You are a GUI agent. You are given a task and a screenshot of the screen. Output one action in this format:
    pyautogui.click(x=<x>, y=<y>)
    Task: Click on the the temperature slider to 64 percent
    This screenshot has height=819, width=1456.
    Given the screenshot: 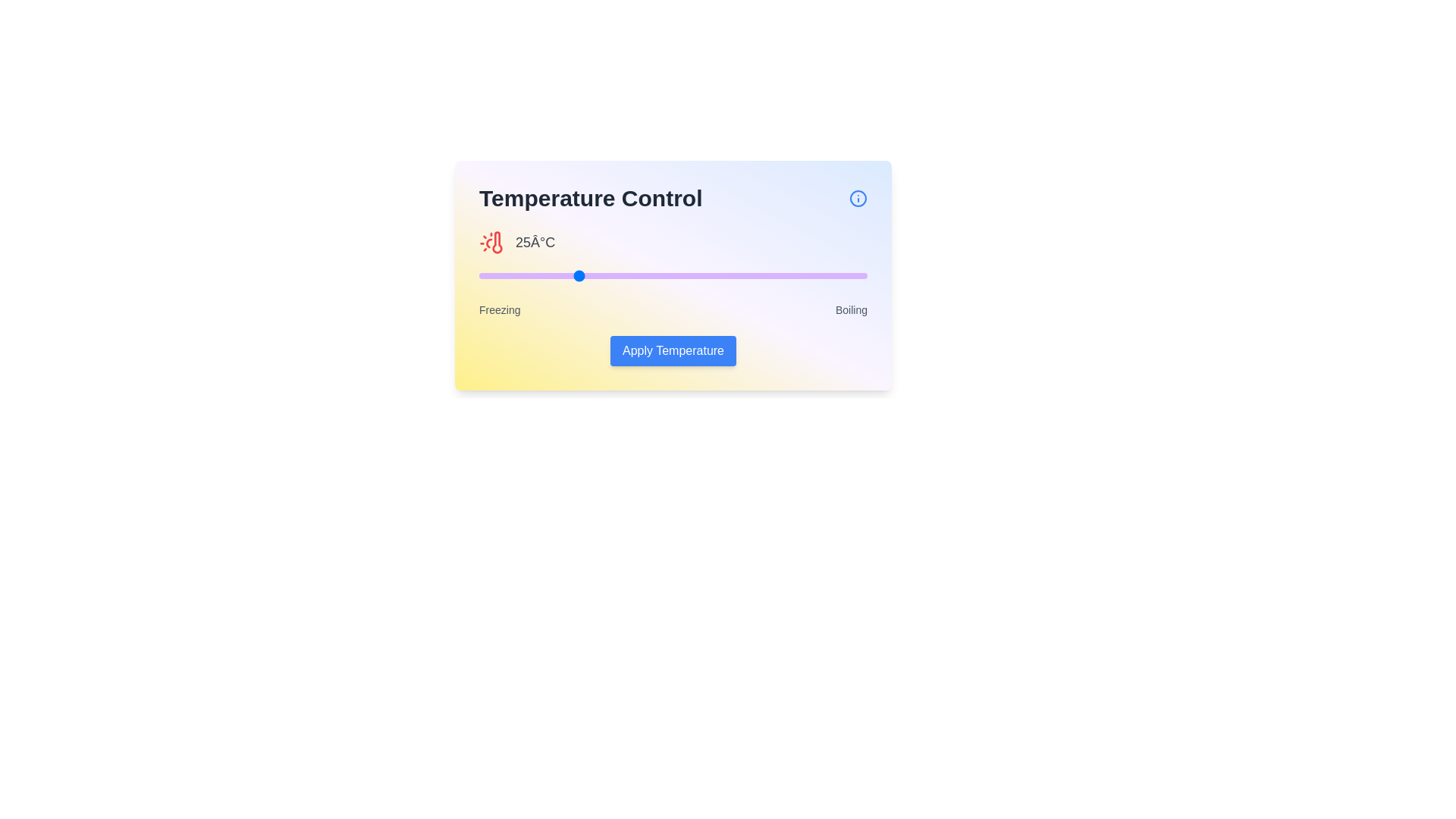 What is the action you would take?
    pyautogui.click(x=726, y=275)
    